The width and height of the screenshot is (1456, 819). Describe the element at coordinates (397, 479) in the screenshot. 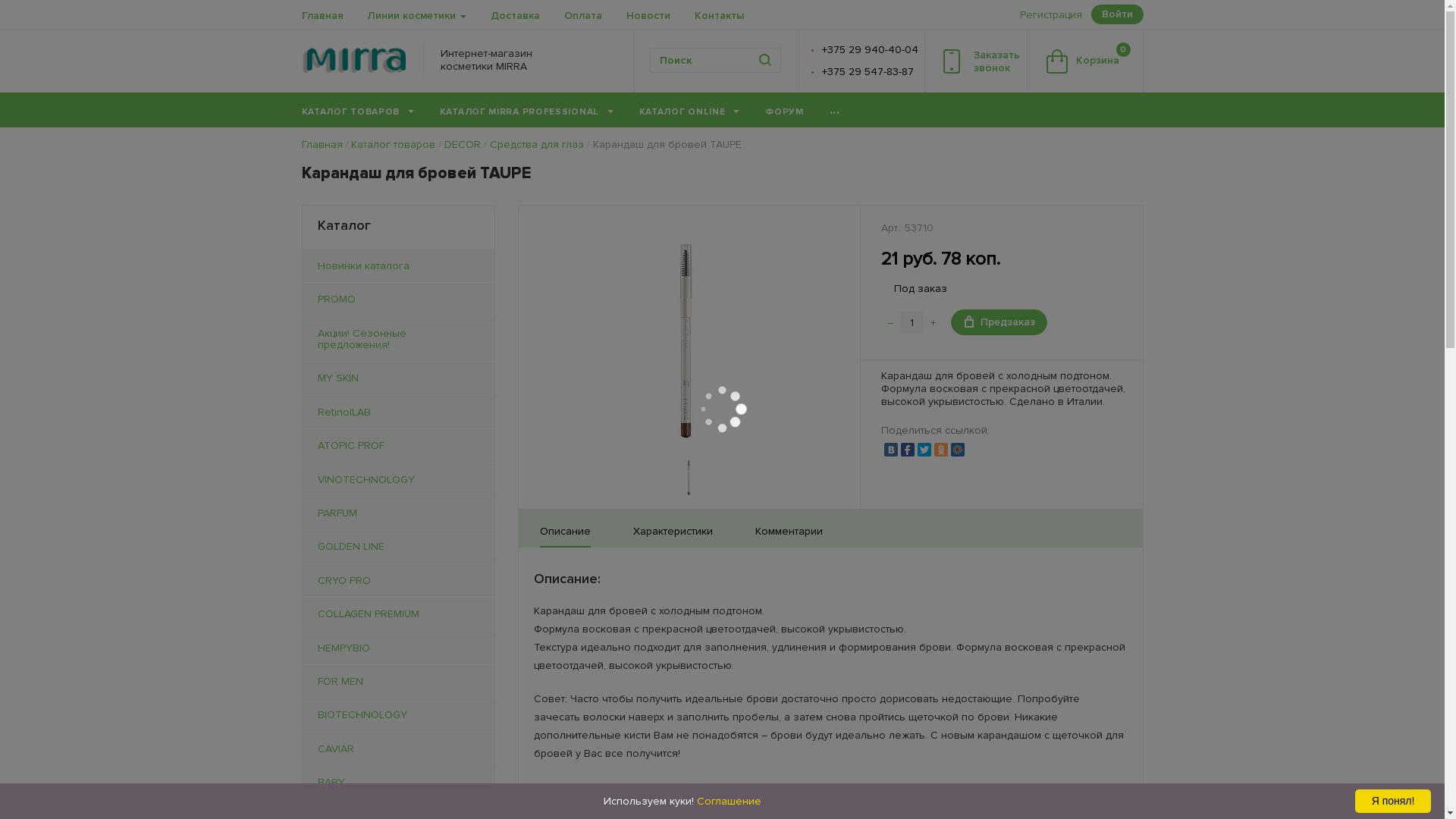

I see `'VINOTECHNOLOGY'` at that location.